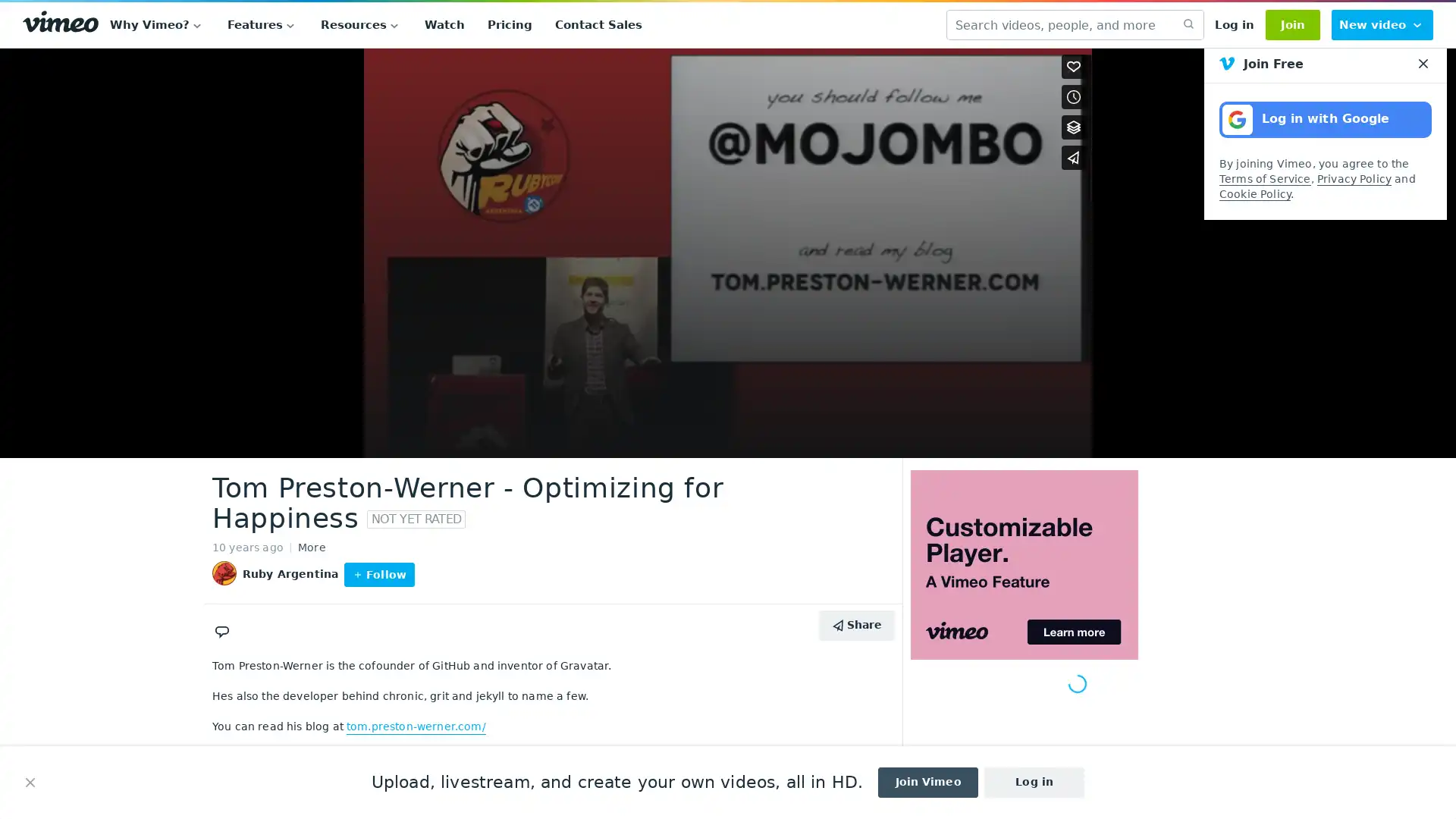 Image resolution: width=1456 pixels, height=819 pixels. Describe the element at coordinates (1234, 25) in the screenshot. I see `Log in` at that location.